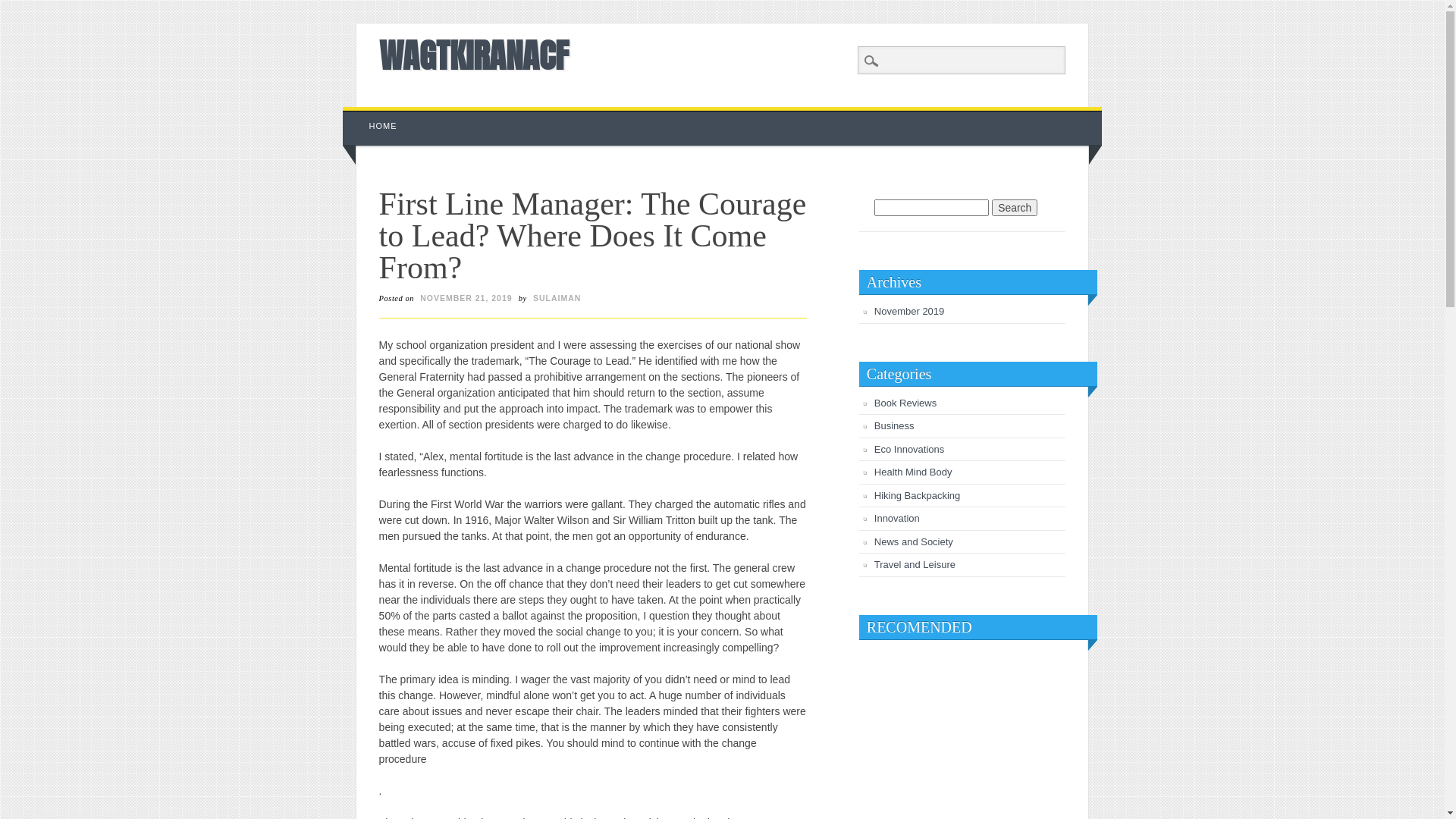 The height and width of the screenshot is (819, 1456). Describe the element at coordinates (874, 564) in the screenshot. I see `'Travel and Leisure'` at that location.